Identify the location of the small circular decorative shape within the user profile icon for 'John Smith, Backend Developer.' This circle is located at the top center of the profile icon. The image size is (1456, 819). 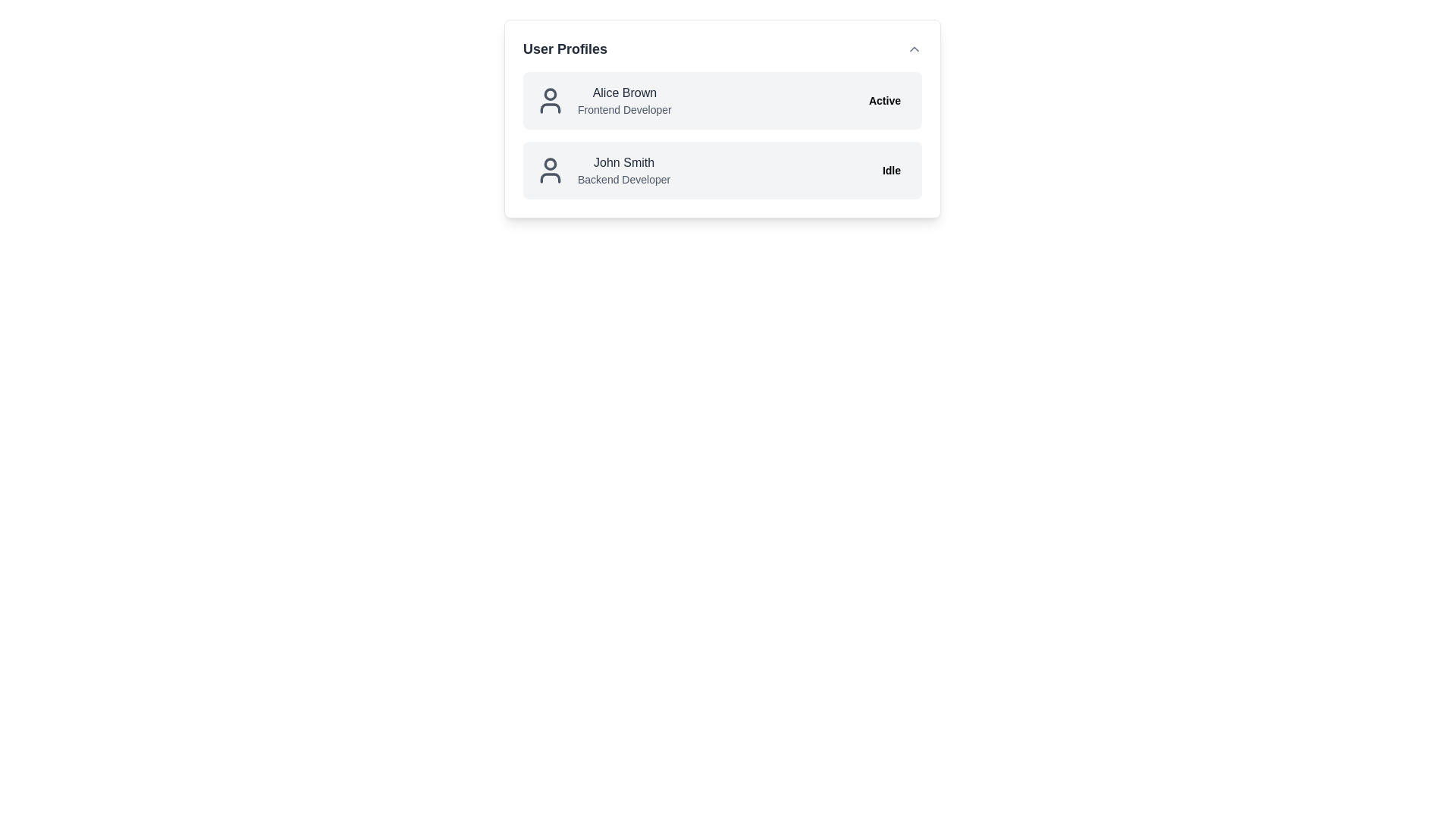
(549, 164).